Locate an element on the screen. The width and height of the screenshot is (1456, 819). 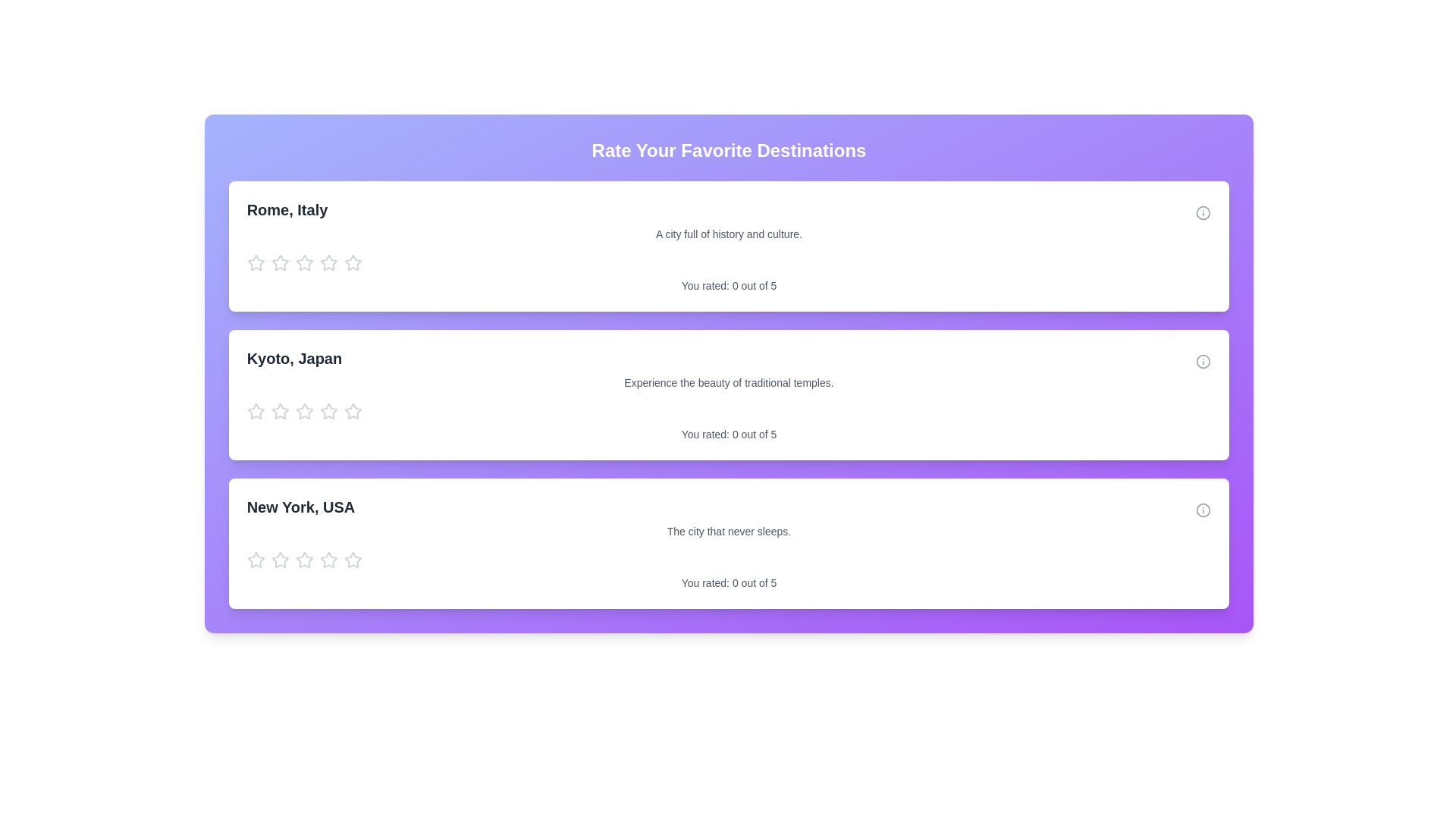
the circular outline SVG element located in the third row of the interface, next to the text 'New York, USA' is located at coordinates (1203, 213).